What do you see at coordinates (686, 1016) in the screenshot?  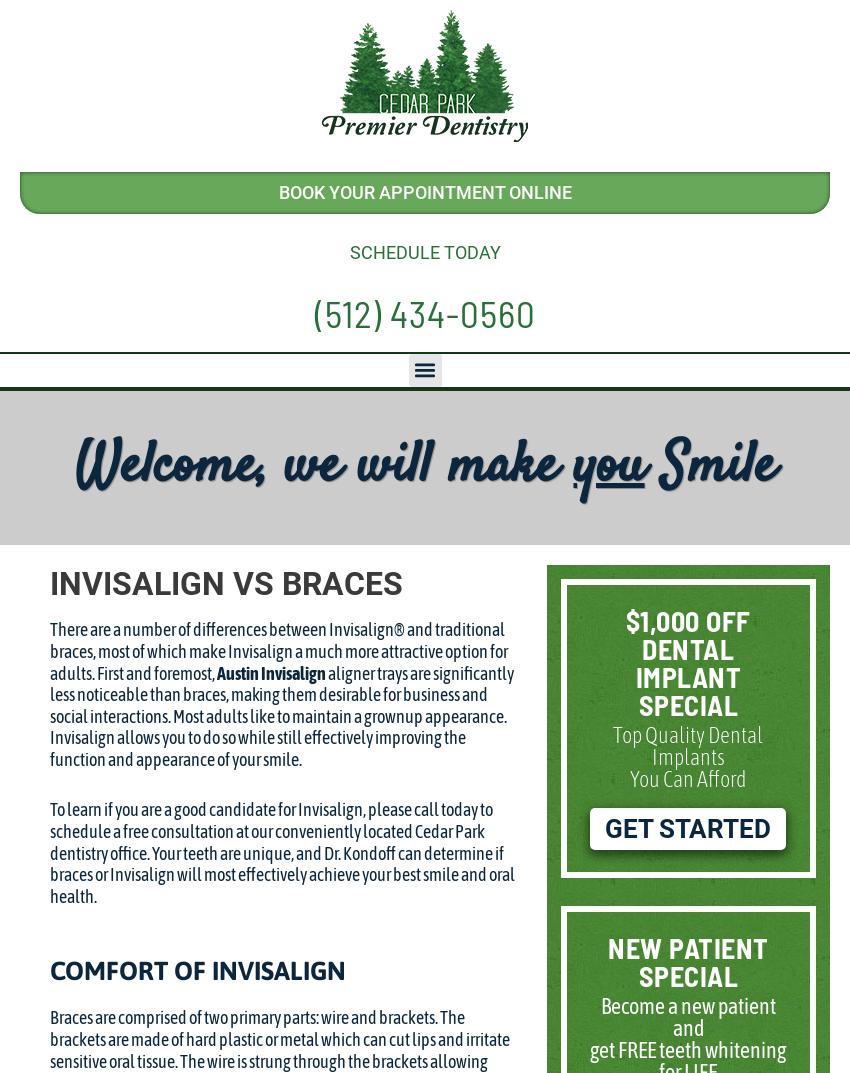 I see `'Become a new patient and'` at bounding box center [686, 1016].